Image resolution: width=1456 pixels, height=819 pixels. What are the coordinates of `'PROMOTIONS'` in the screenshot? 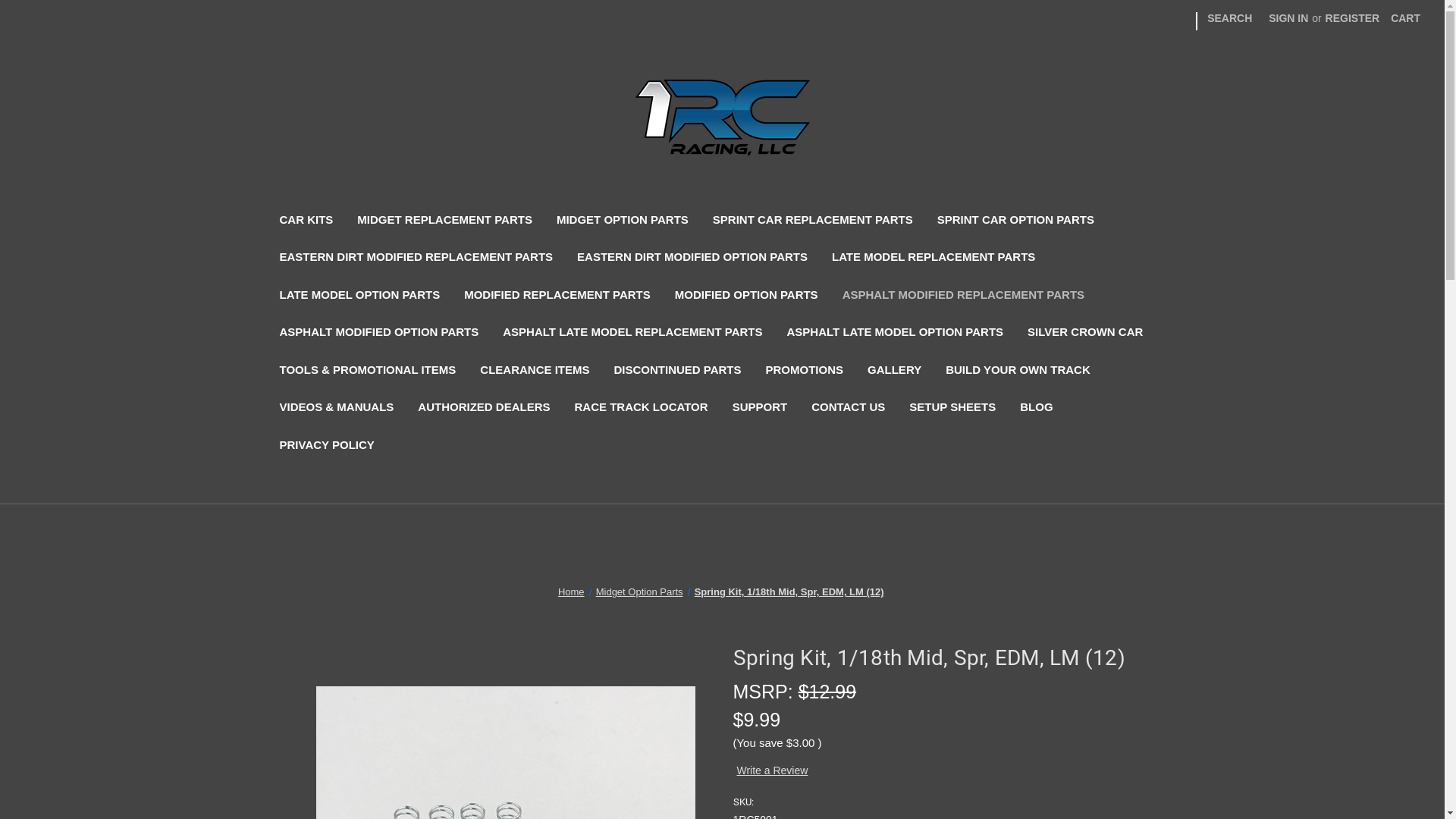 It's located at (753, 372).